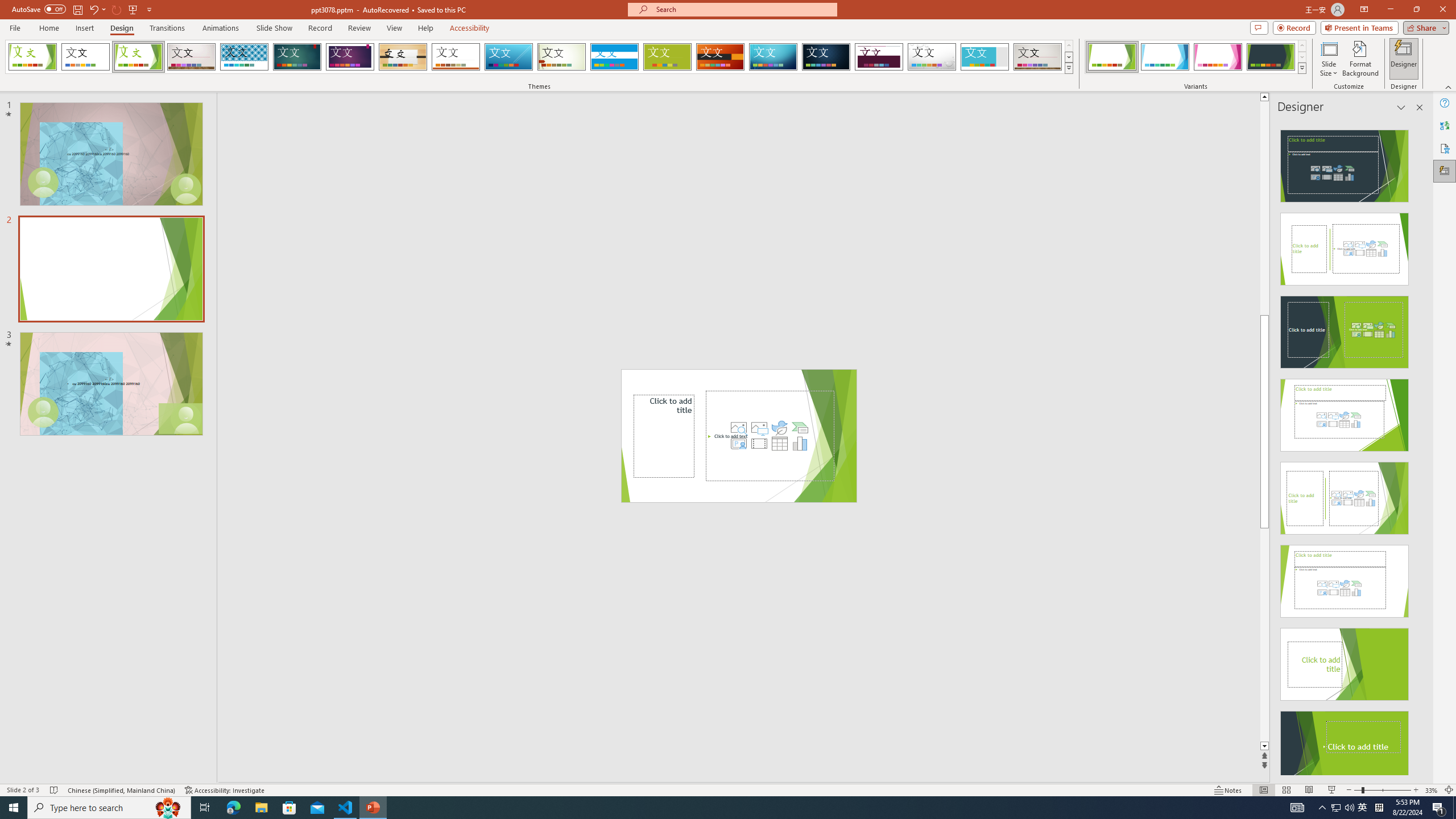  I want to click on 'Gallery', so click(1038, 56).